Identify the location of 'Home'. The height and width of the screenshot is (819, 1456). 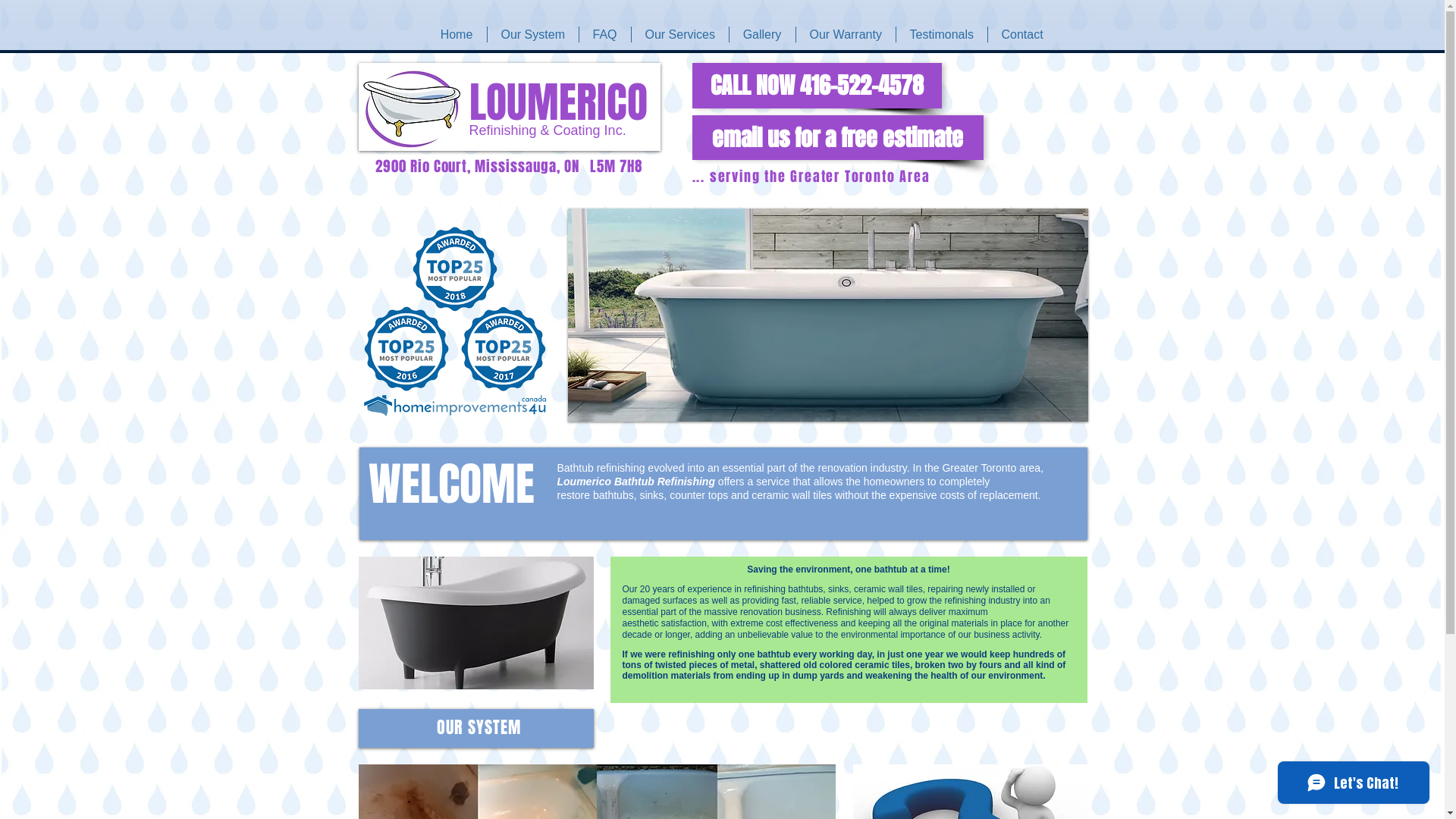
(455, 34).